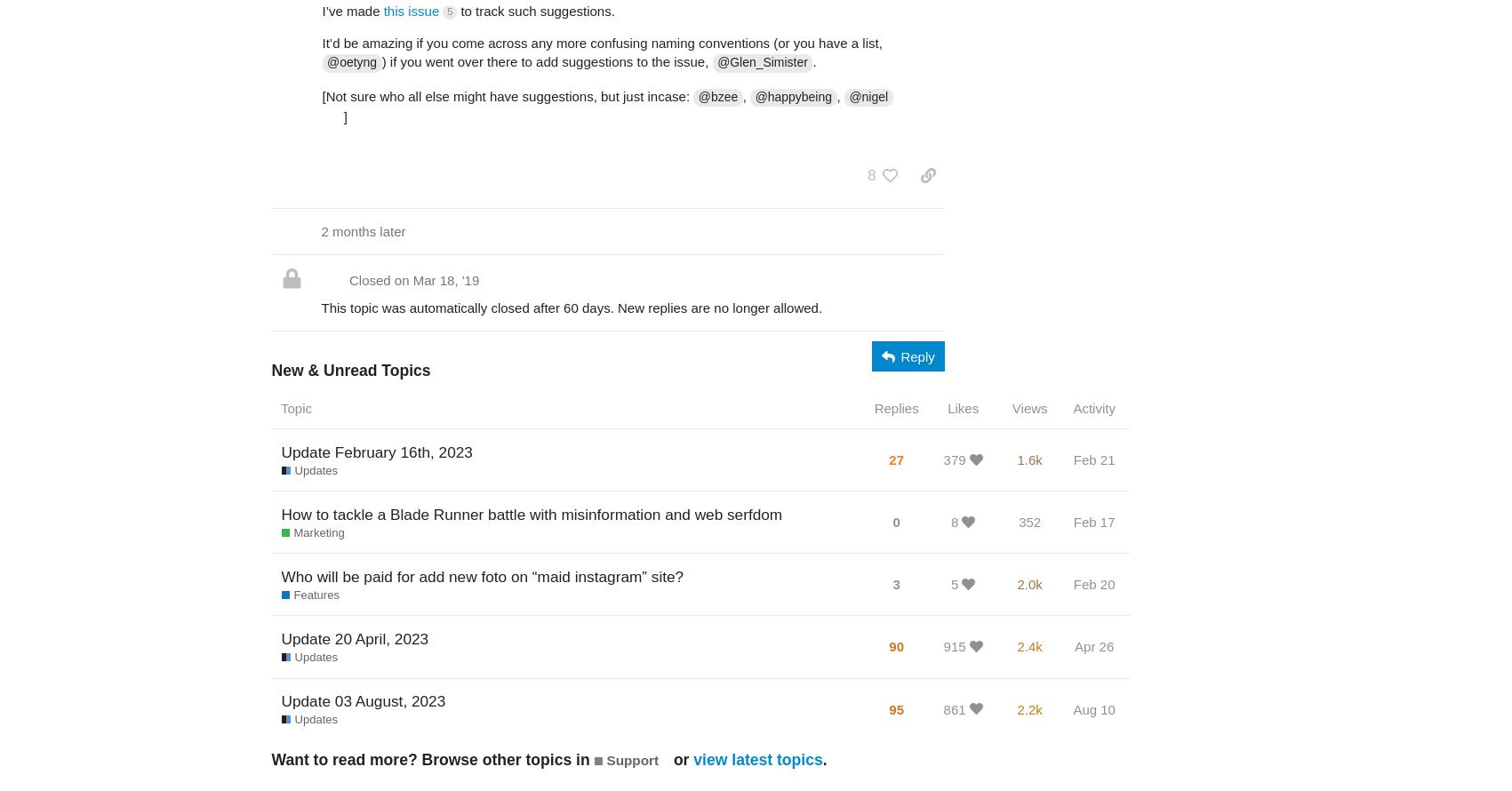 This screenshot has height=791, width=1512. What do you see at coordinates (370, 279) in the screenshot?
I see `'Closed'` at bounding box center [370, 279].